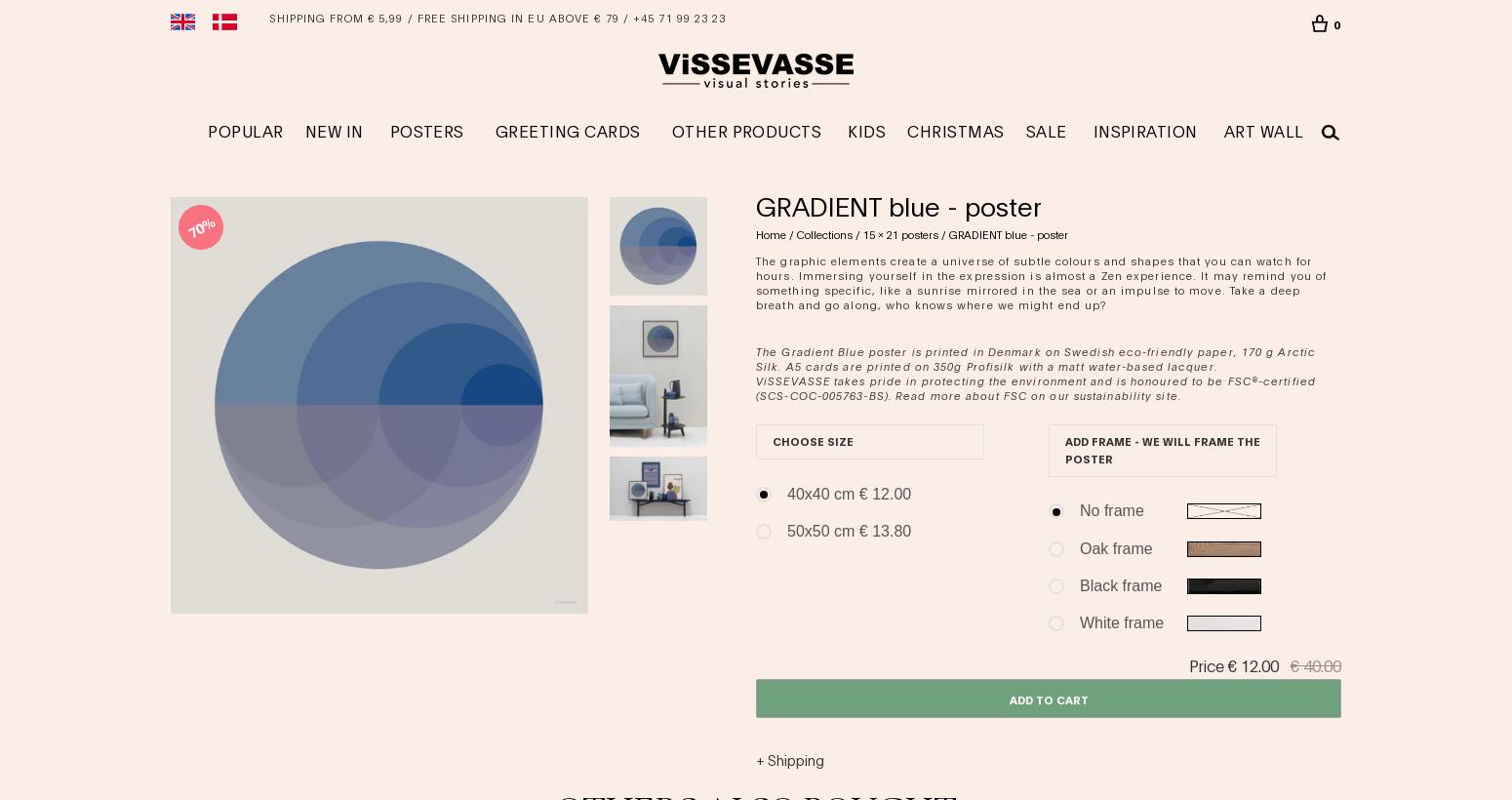  I want to click on 'The graphic elements create a universe of subtle colours and shapes that you can watch for hours. Immersing yourself in the expression is almost a Zen experience. It may remind you of something specific, like a sunrise mirrored in the sea or an impulse to move. Take a deep breath and go along, who knows where we might end up?', so click(1041, 282).